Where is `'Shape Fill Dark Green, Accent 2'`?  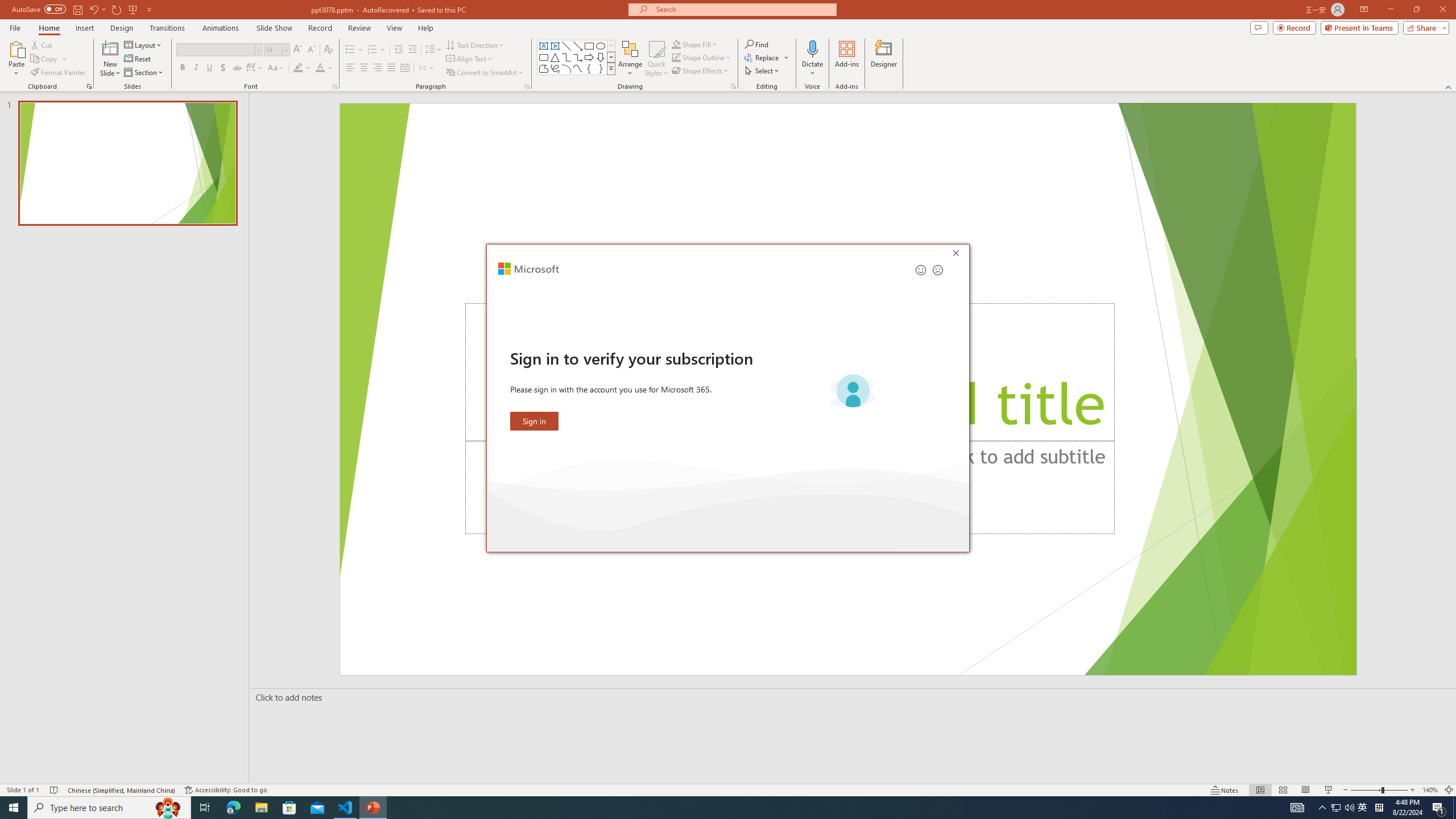
'Shape Fill Dark Green, Accent 2' is located at coordinates (676, 44).